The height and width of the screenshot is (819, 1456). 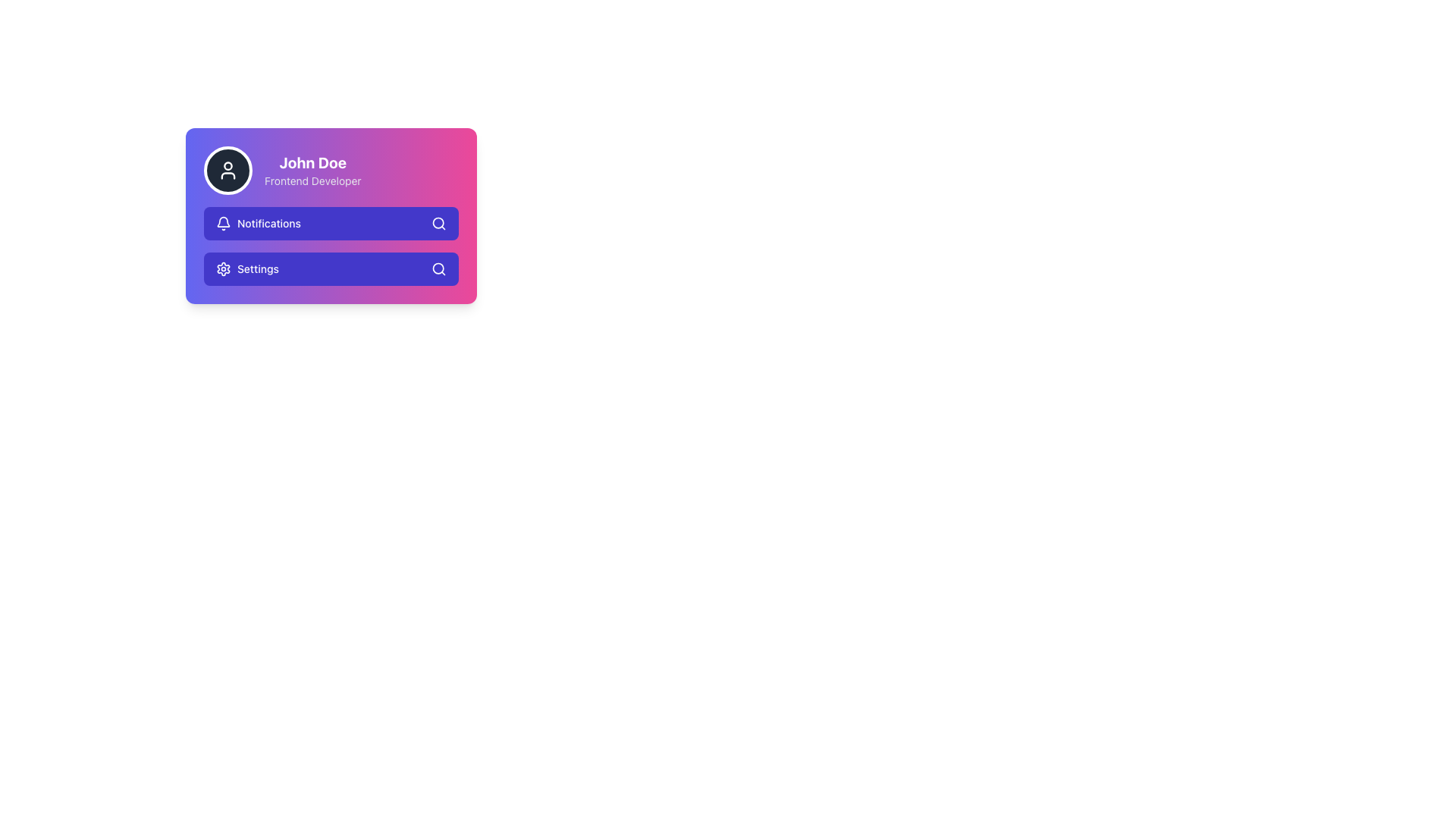 What do you see at coordinates (258, 223) in the screenshot?
I see `the 'Notifications' button which is a purple button with rounded corners and contains the word 'Notifications' and a bell icon` at bounding box center [258, 223].